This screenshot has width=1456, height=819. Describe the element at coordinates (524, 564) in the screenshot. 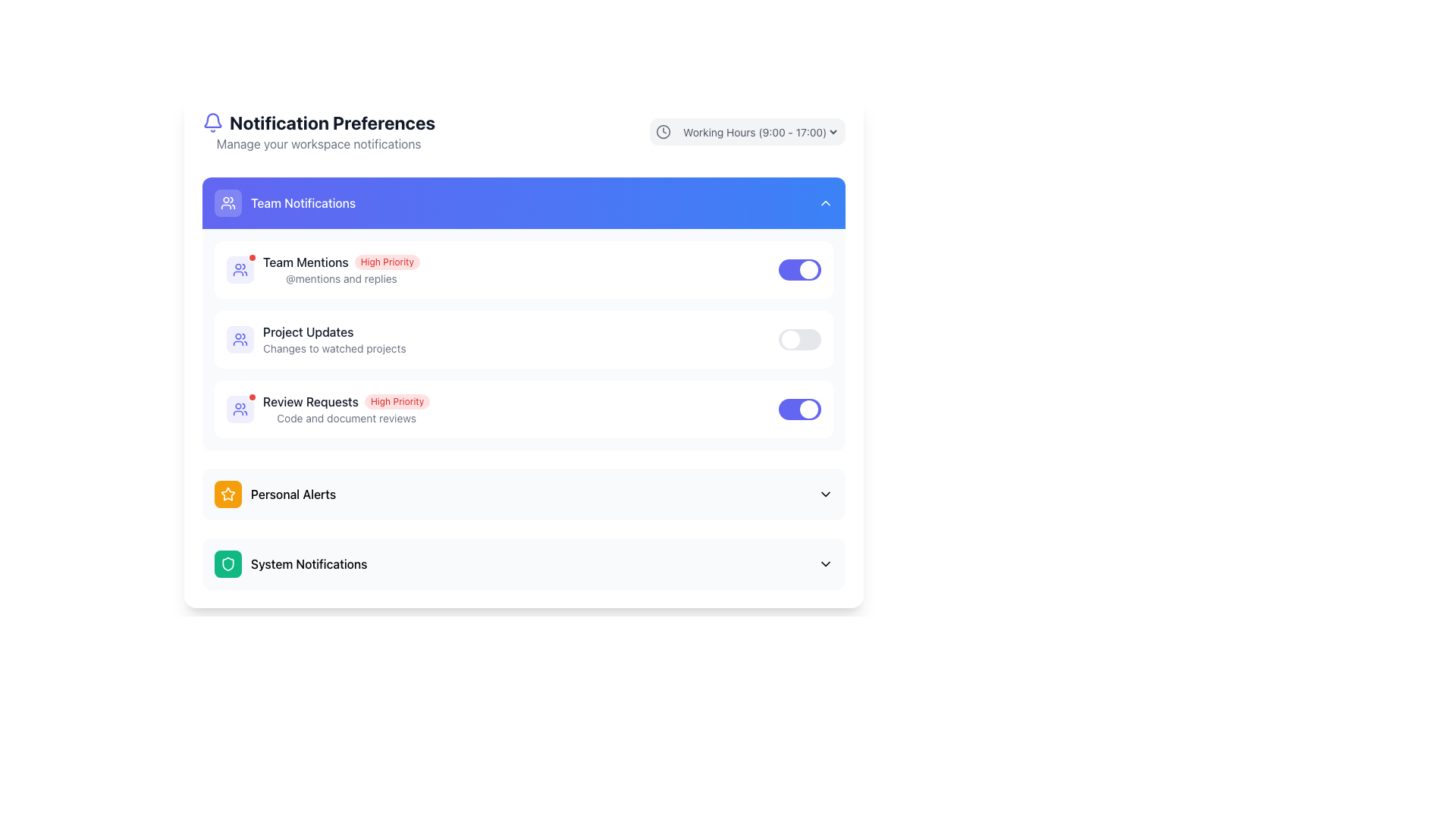

I see `the 'System Notifications' interactive list item` at that location.